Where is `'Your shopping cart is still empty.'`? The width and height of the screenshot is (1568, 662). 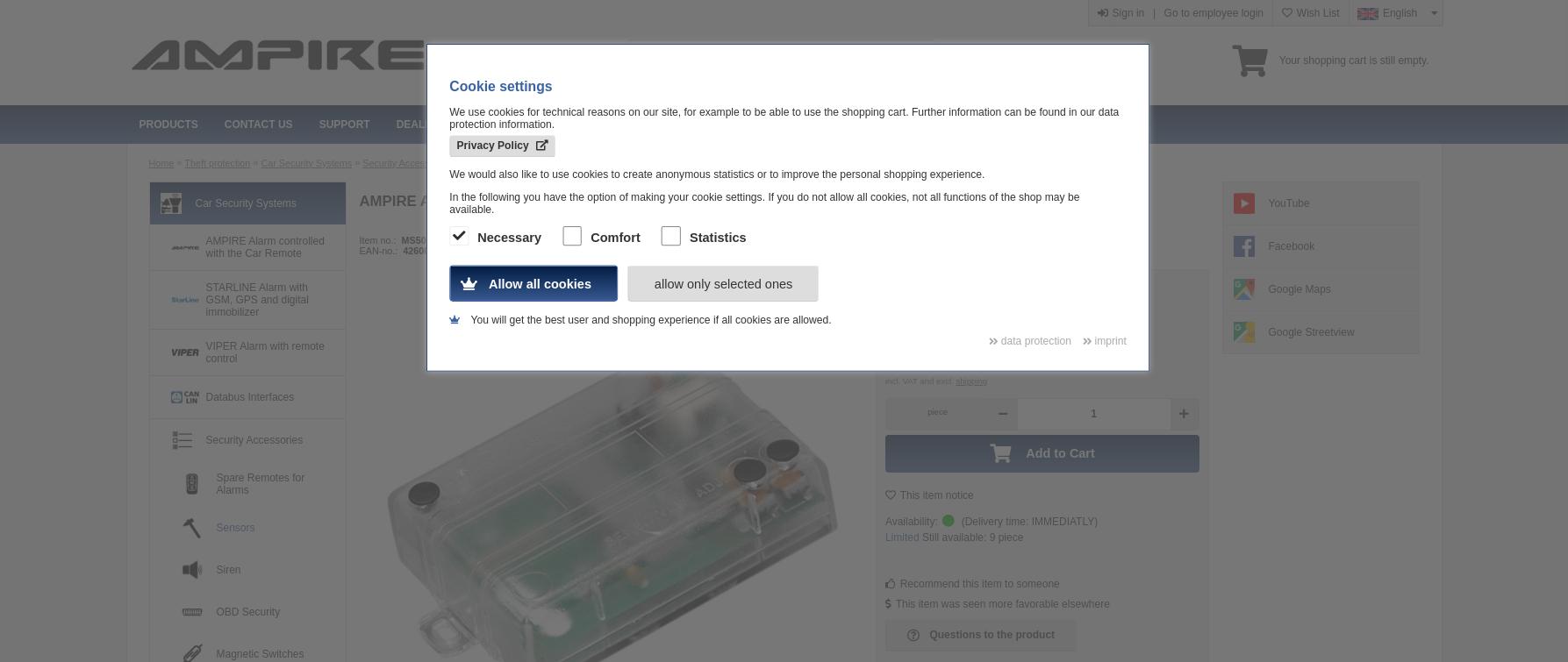
'Your shopping cart is still empty.' is located at coordinates (1353, 61).